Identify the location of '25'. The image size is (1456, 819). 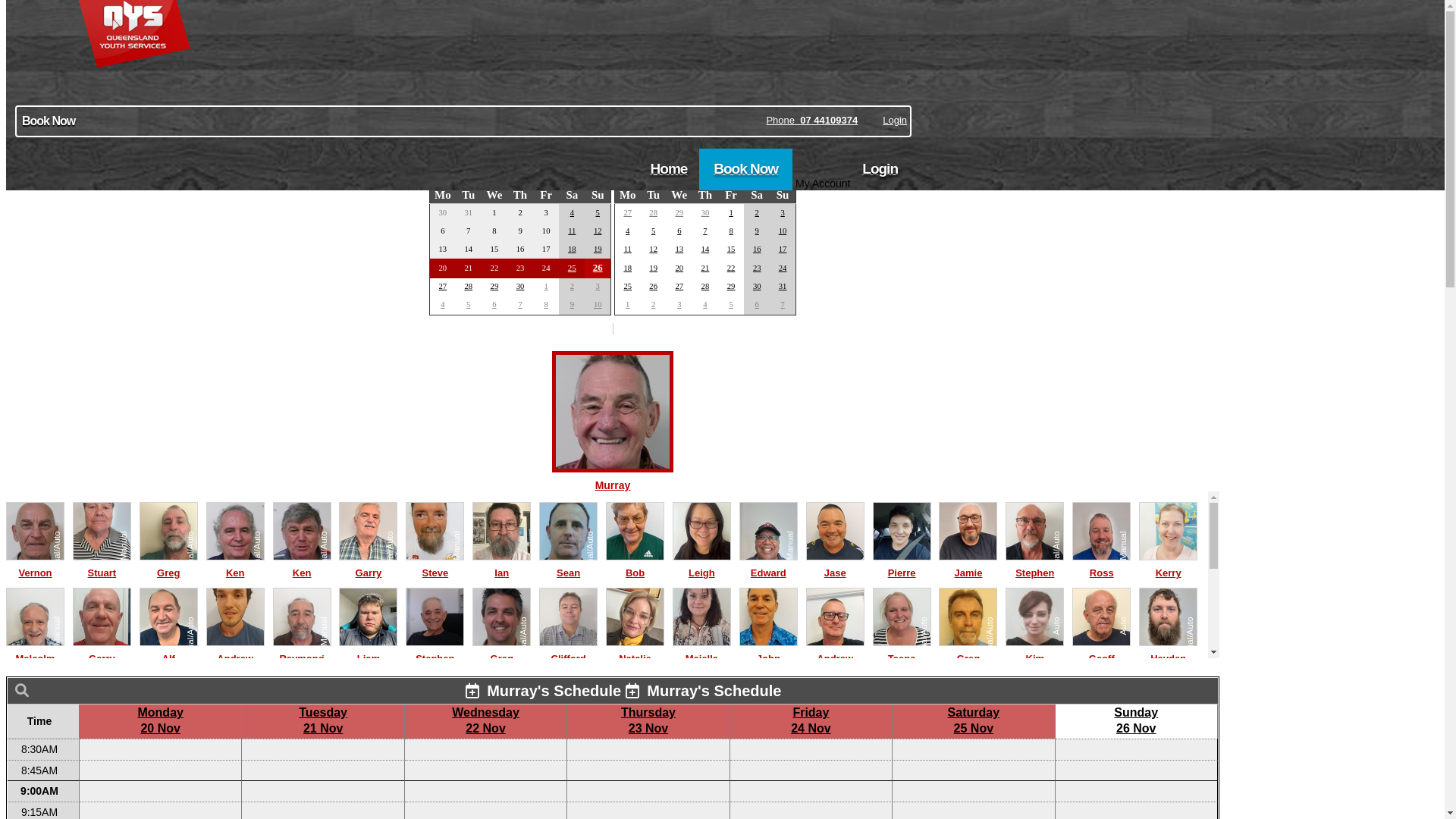
(571, 267).